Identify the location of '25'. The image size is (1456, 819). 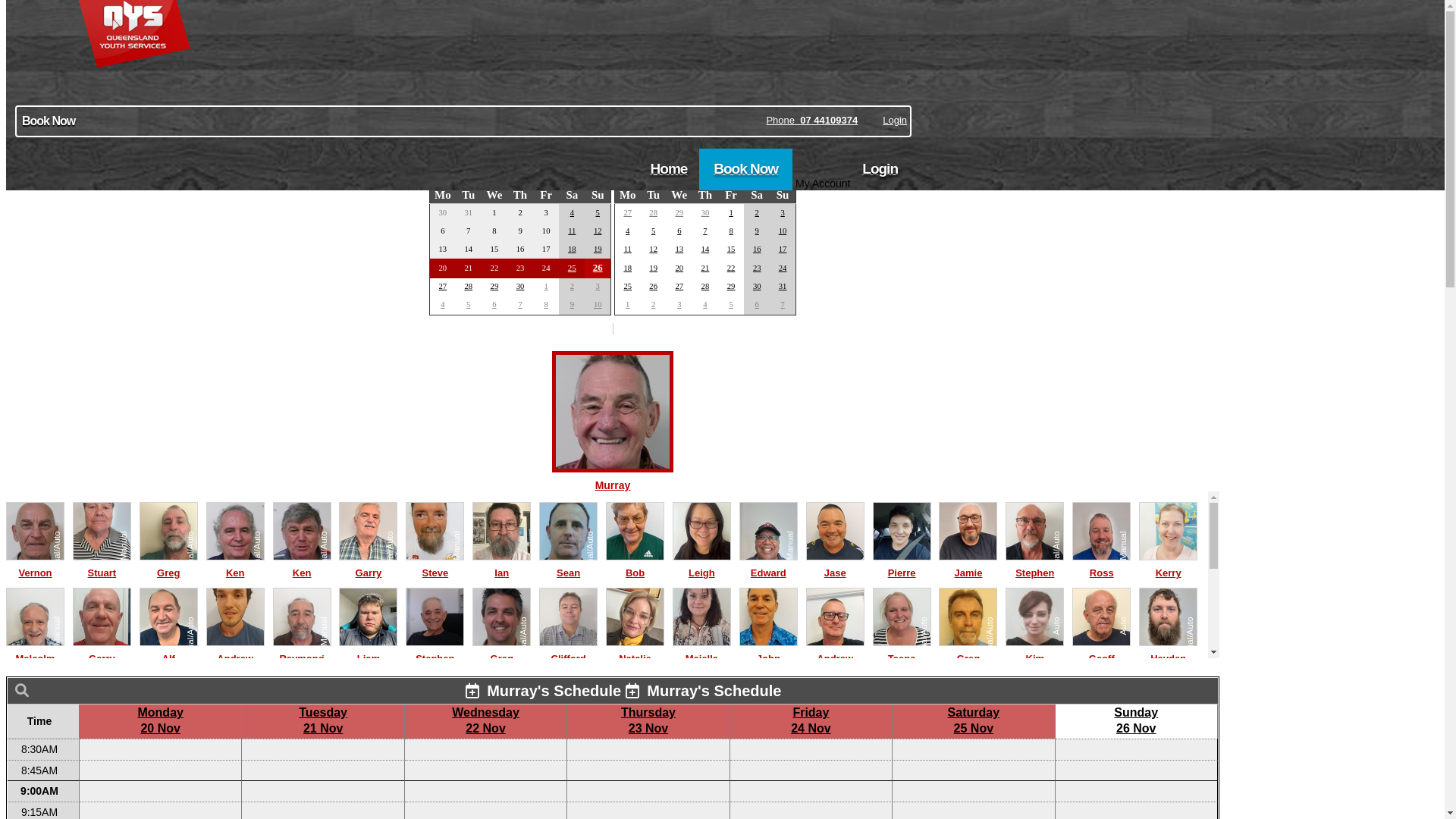
(571, 267).